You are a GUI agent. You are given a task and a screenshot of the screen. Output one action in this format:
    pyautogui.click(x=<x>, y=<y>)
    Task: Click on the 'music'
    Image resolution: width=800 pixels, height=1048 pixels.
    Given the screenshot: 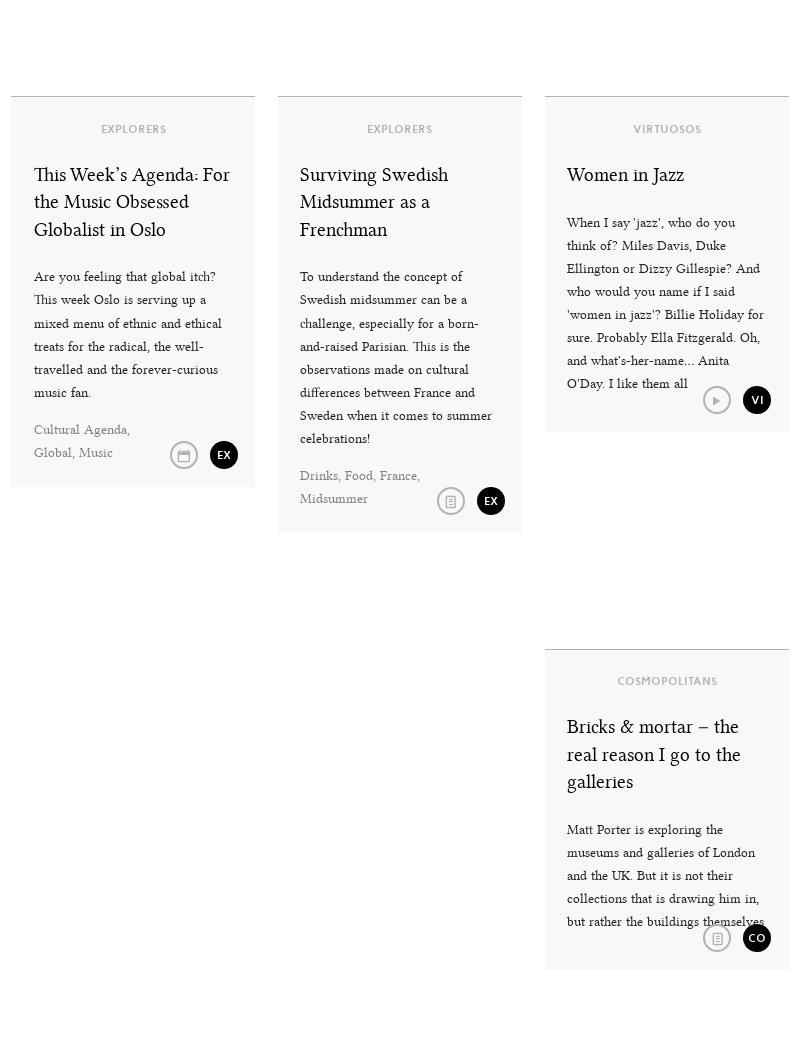 What is the action you would take?
    pyautogui.click(x=95, y=451)
    